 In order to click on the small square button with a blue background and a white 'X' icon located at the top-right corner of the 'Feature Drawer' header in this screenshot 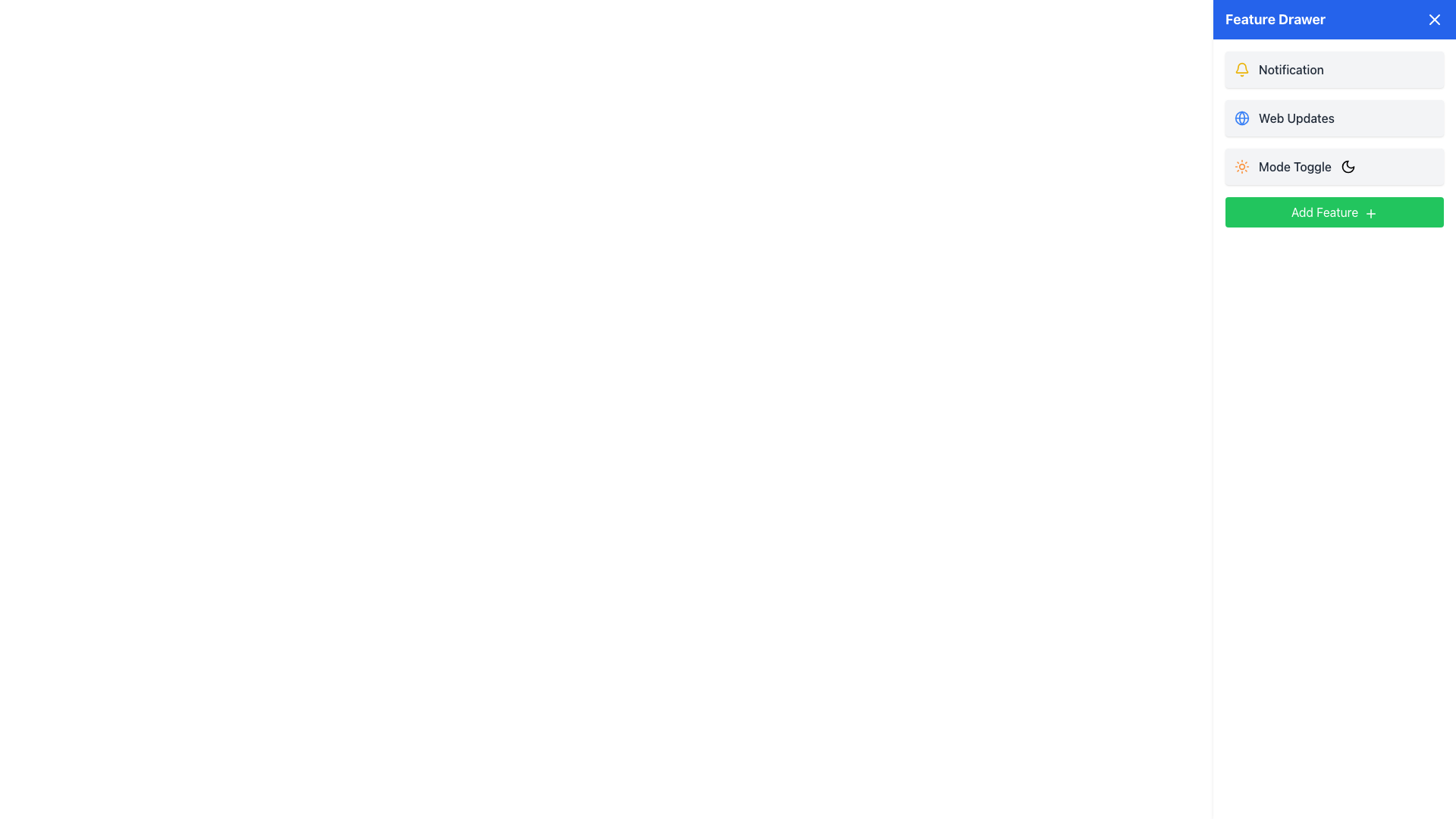, I will do `click(1433, 20)`.